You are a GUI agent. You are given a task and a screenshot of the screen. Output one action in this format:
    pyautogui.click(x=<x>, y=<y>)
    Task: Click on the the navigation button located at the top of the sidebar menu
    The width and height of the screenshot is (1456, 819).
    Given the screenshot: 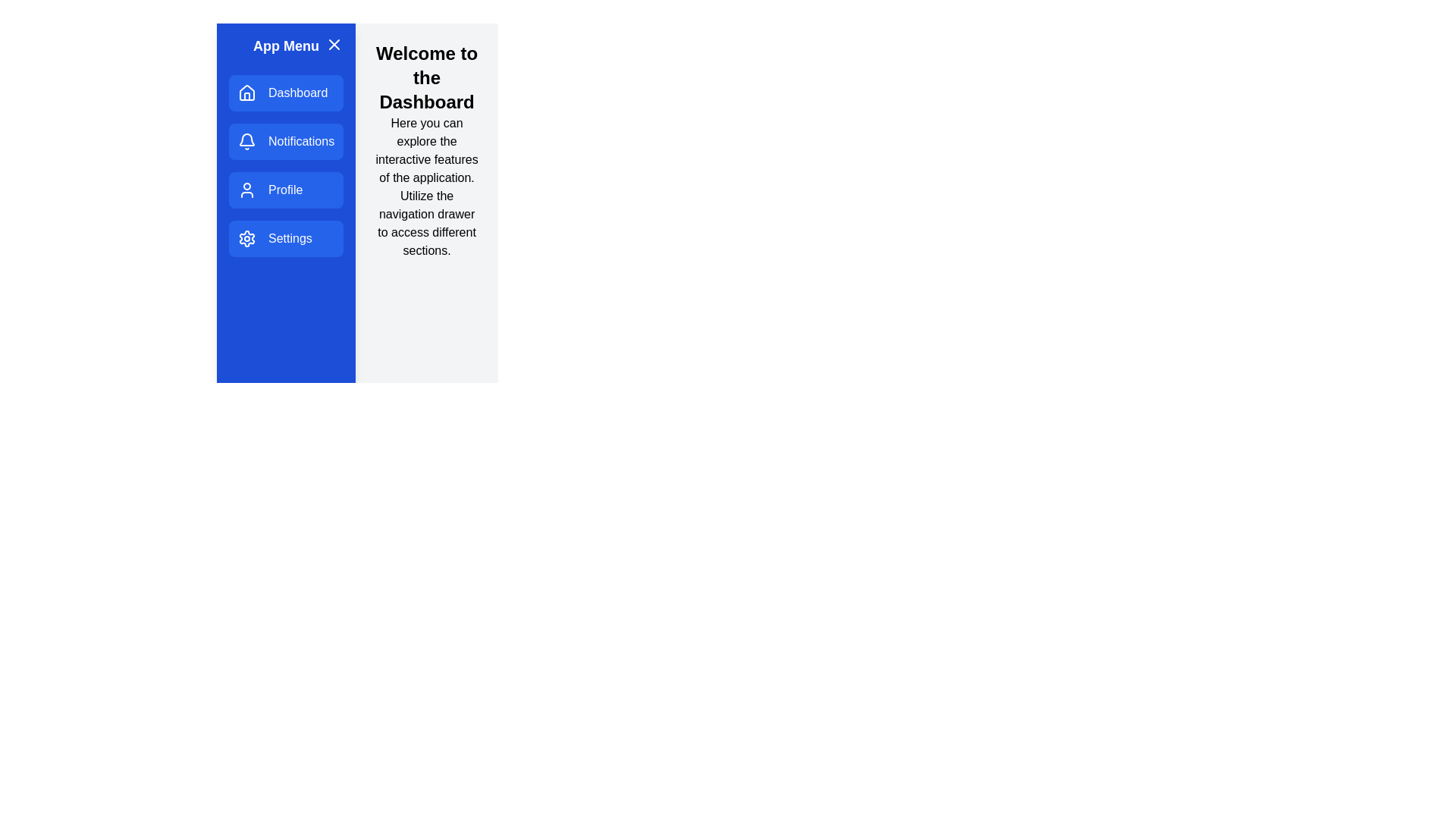 What is the action you would take?
    pyautogui.click(x=286, y=93)
    